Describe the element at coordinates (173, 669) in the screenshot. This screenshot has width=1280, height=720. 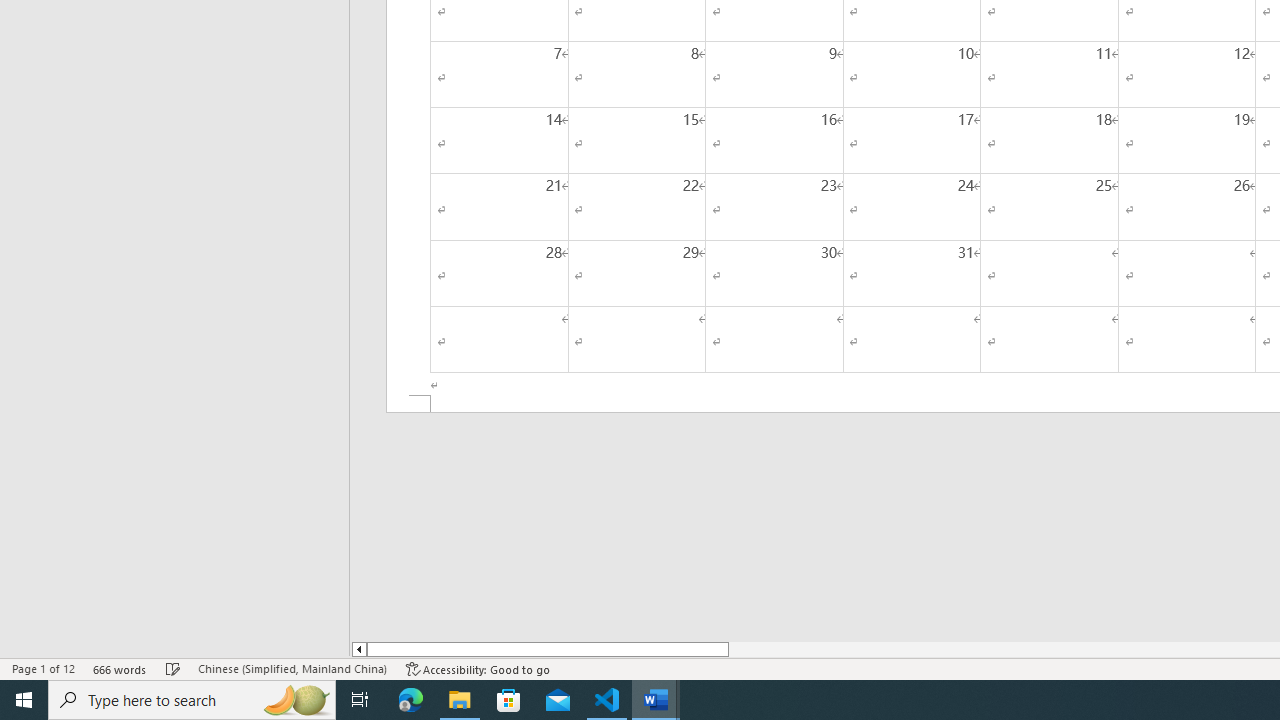
I see `'Spelling and Grammar Check Checking'` at that location.